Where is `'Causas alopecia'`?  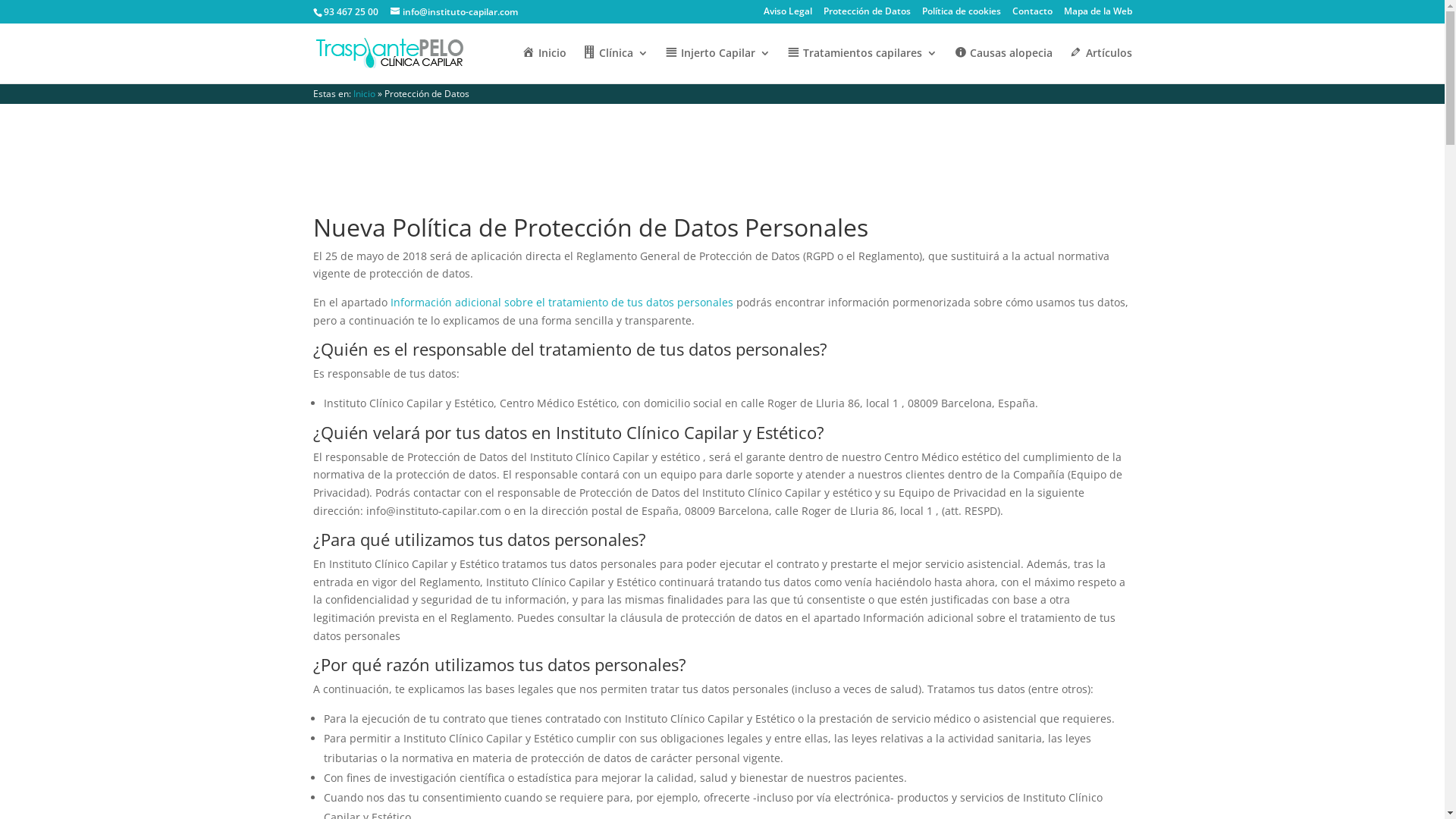 'Causas alopecia' is located at coordinates (1003, 64).